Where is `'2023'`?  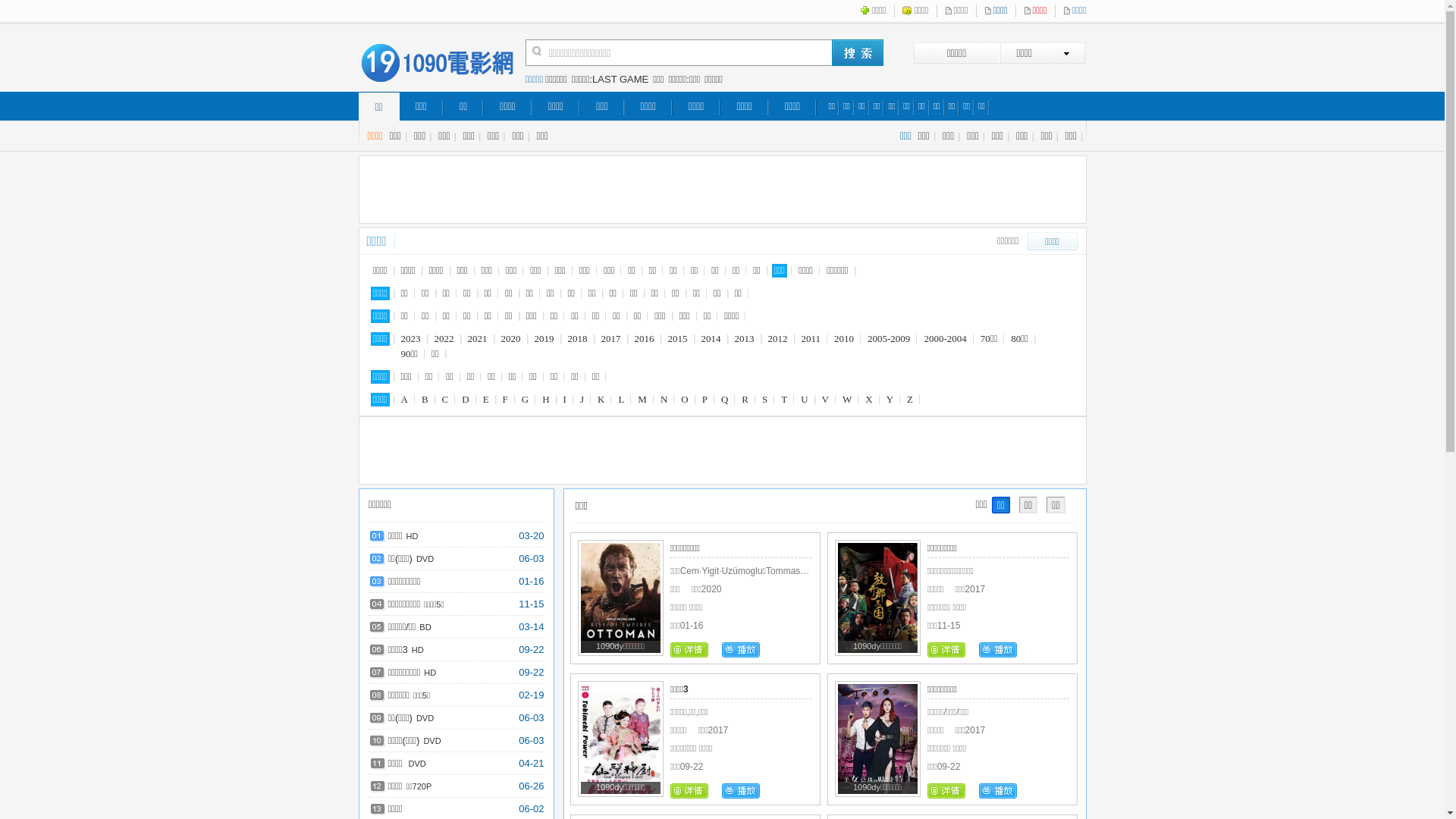 '2023' is located at coordinates (411, 338).